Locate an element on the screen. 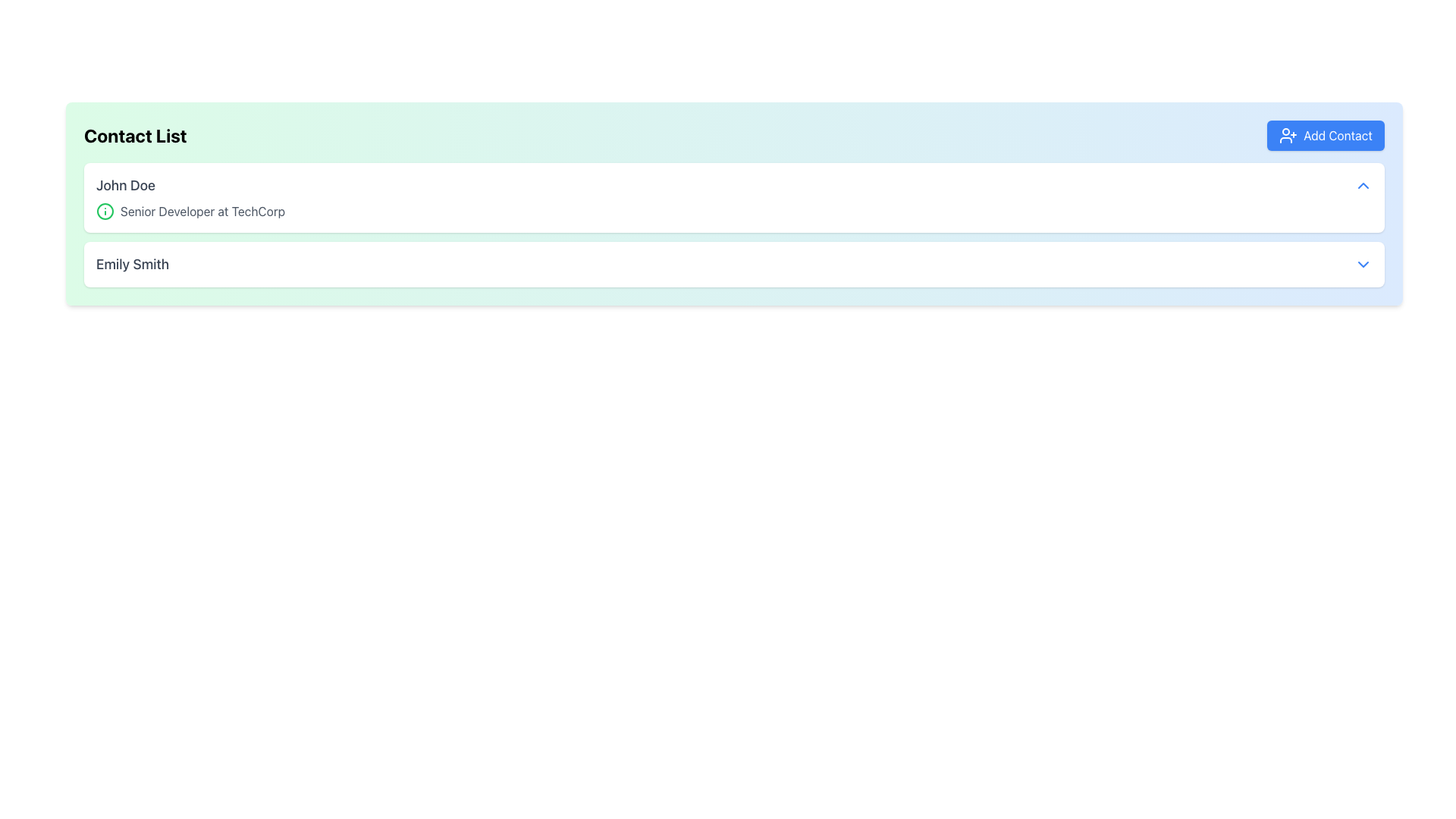 This screenshot has width=1456, height=819. the Chevron icon button positioned to the far right of 'Emily Smith' in the contact list is located at coordinates (1363, 263).